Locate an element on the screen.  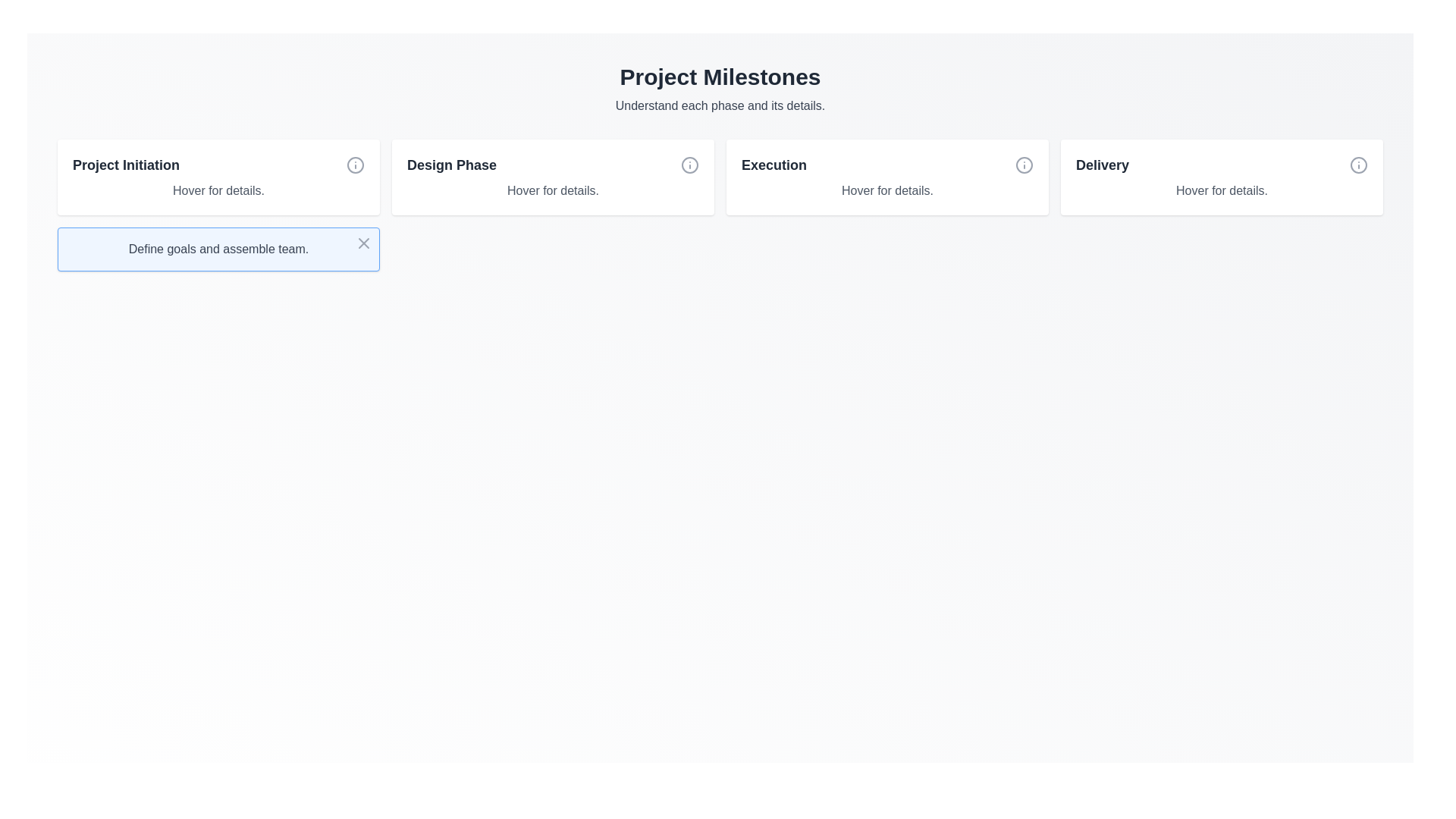
the 'X' icon button located in the bottom right corner of the 'Define goals and assemble team' section, which is designed to serve as a closing control is located at coordinates (364, 242).